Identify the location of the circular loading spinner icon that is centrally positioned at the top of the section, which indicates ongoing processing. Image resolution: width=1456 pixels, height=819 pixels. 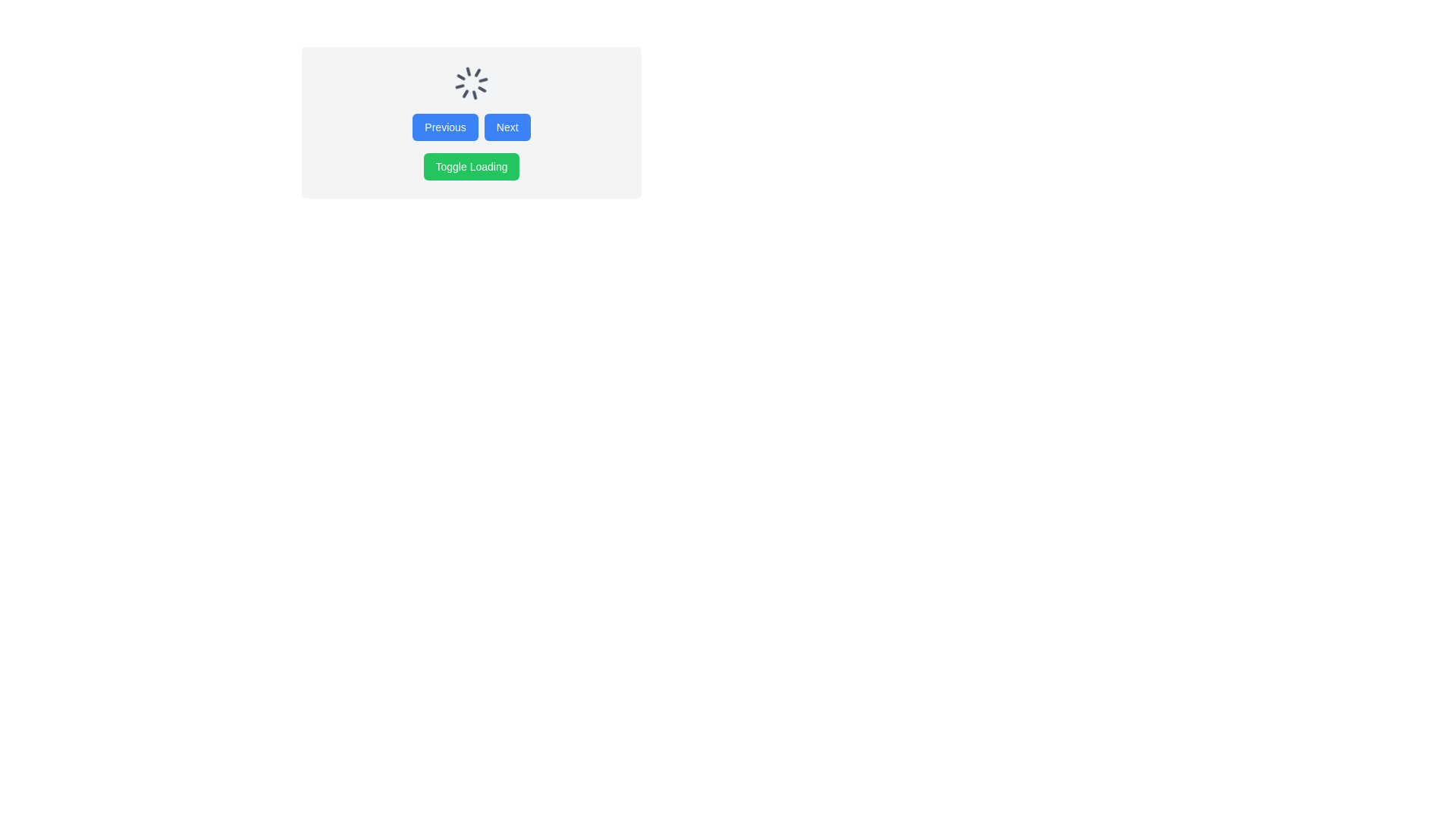
(471, 83).